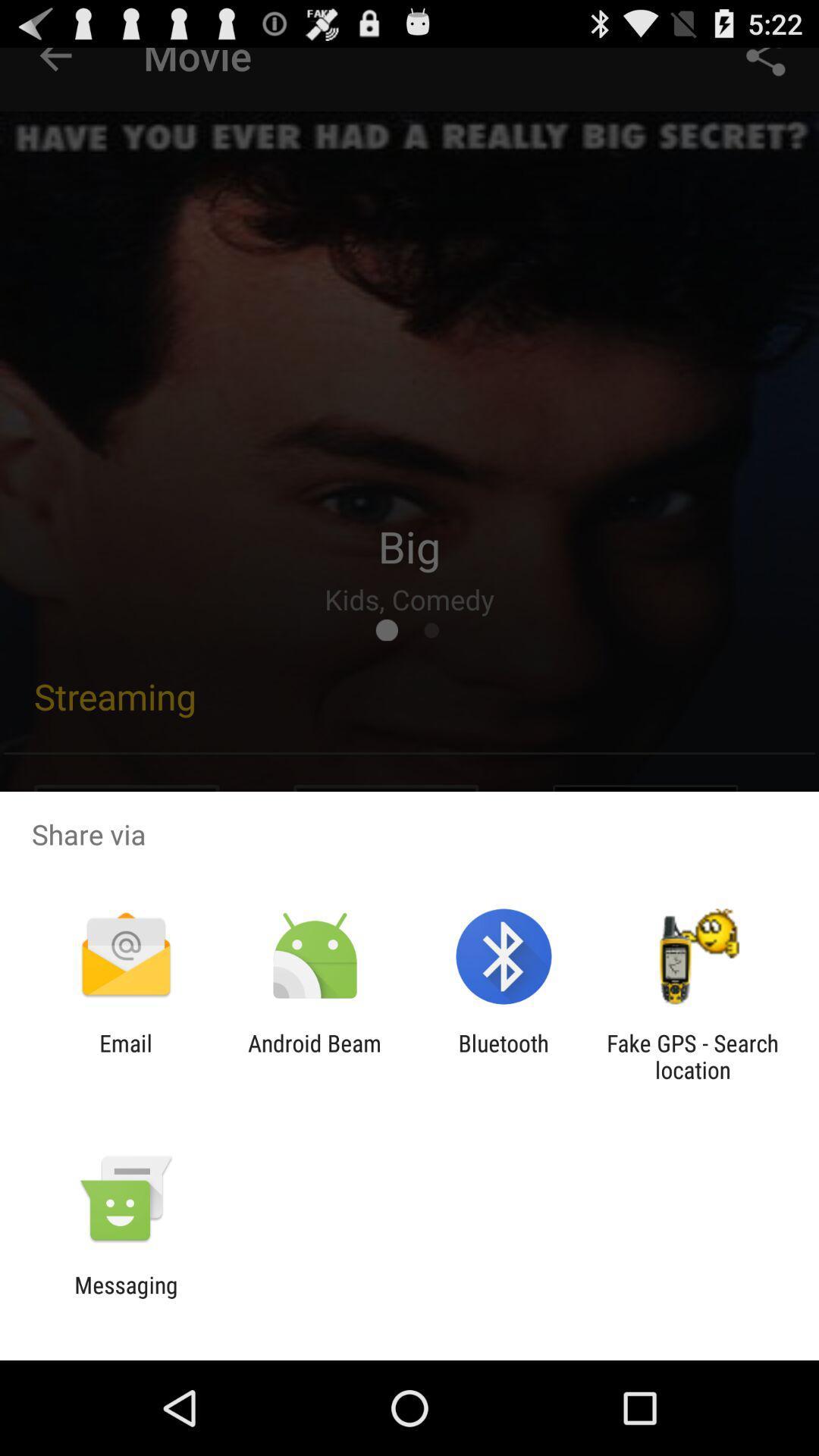  Describe the element at coordinates (125, 1298) in the screenshot. I see `messaging` at that location.